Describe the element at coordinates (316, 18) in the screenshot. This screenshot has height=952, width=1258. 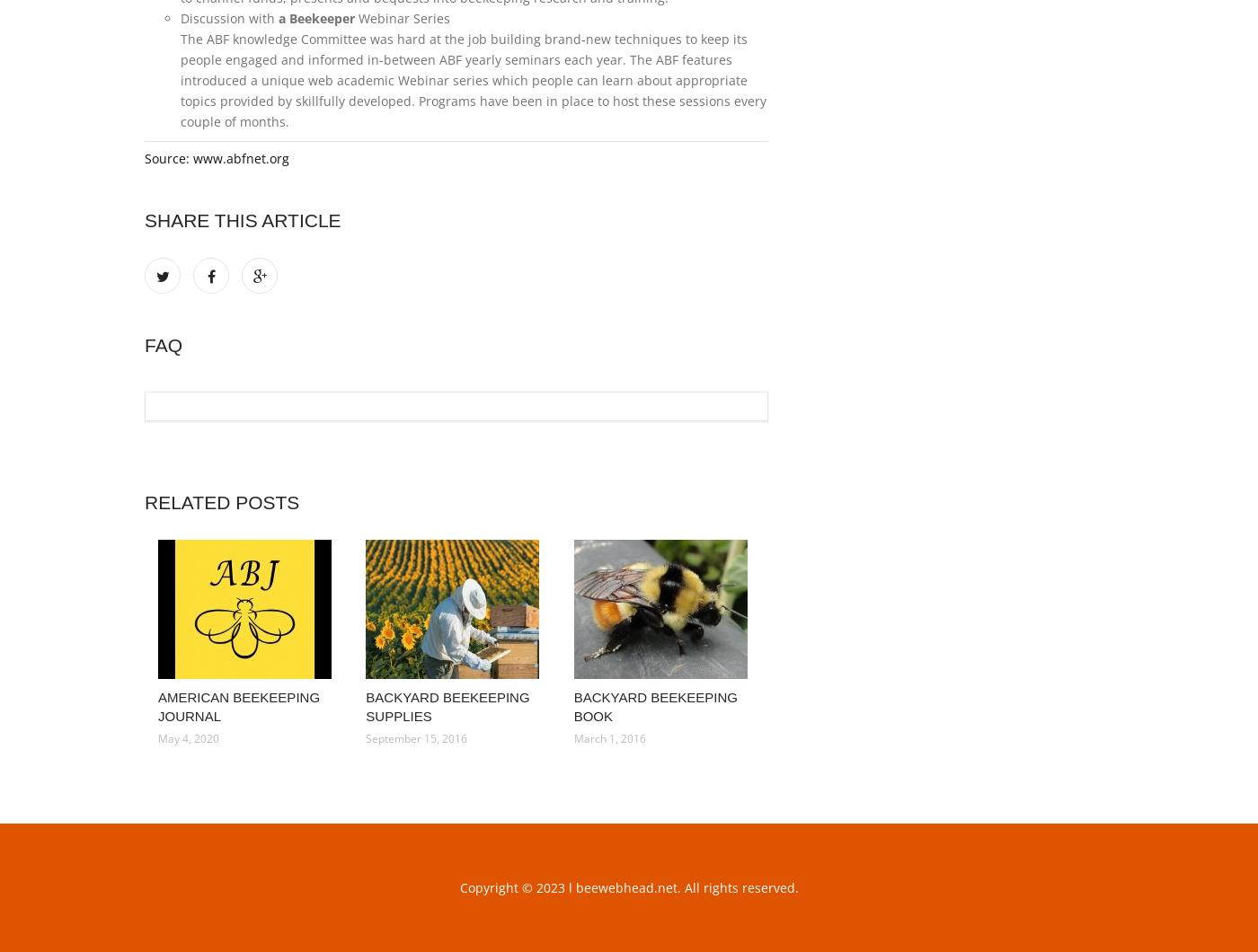
I see `'a Beekeeper'` at that location.